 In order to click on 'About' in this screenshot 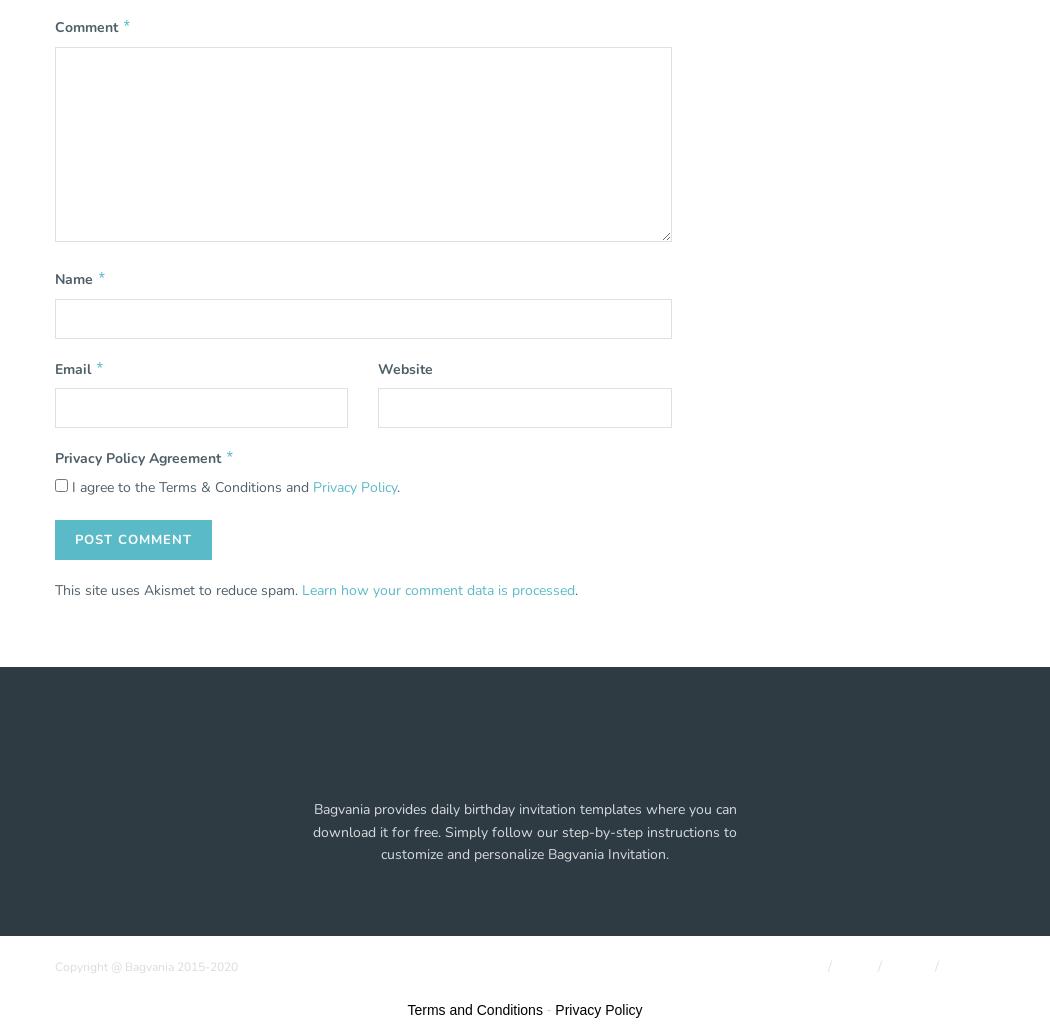, I will do `click(802, 966)`.